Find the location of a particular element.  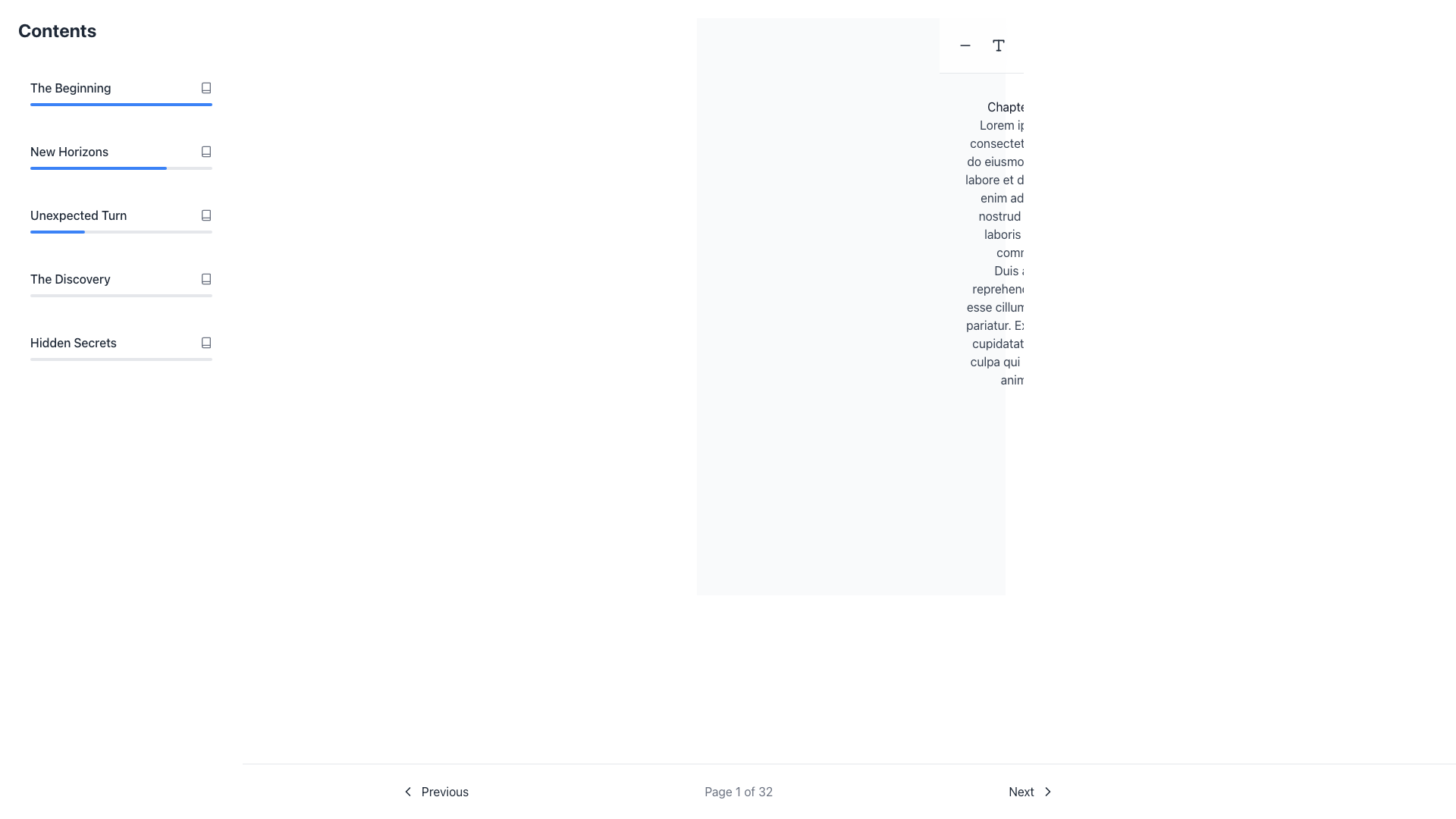

the progress visually on the fourth progress bar located under 'The Discovery' section is located at coordinates (120, 295).